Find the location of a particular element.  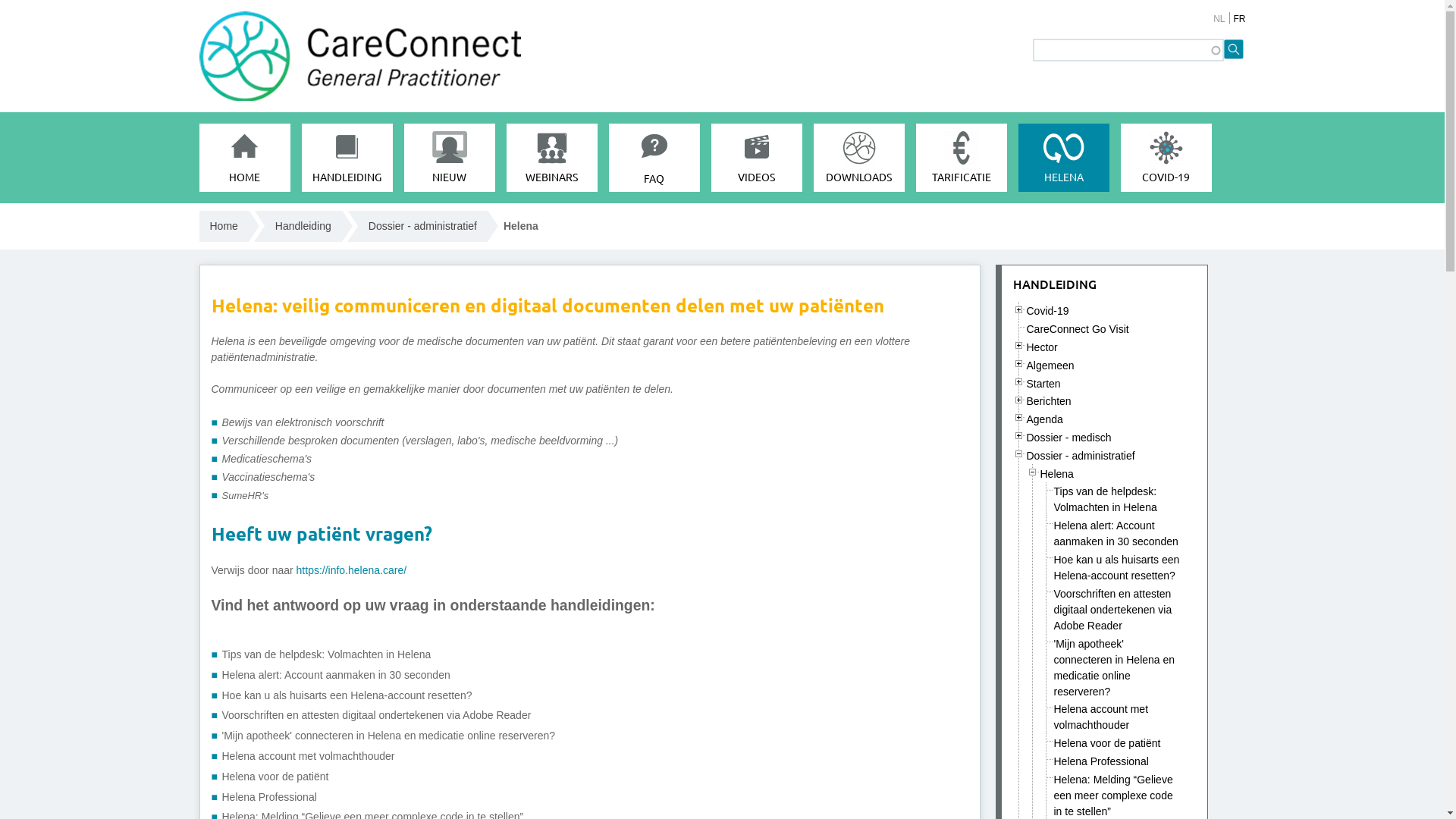

' ' is located at coordinates (1026, 471).